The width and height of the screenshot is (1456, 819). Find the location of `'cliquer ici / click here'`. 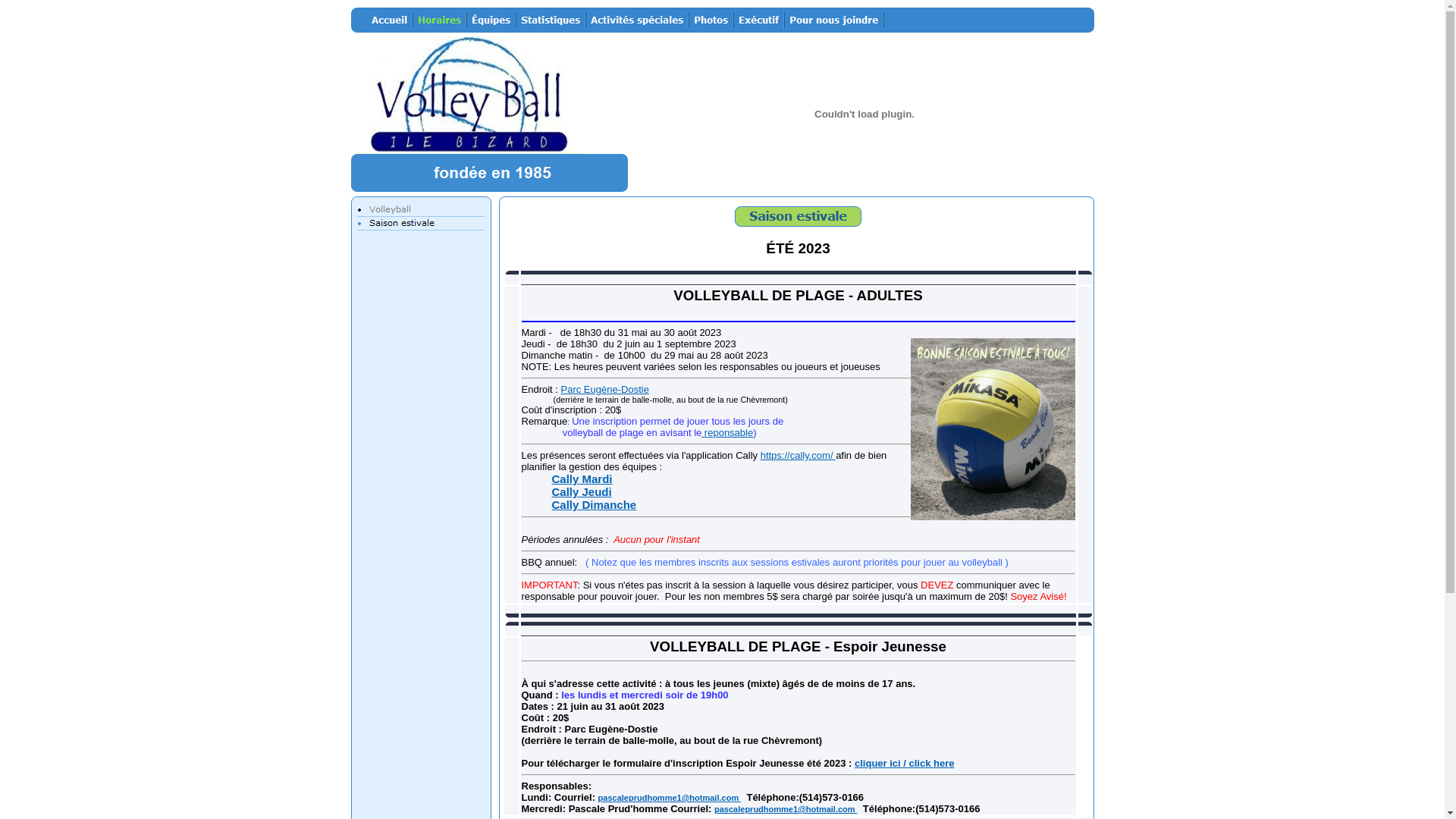

'cliquer ici / click here' is located at coordinates (905, 763).